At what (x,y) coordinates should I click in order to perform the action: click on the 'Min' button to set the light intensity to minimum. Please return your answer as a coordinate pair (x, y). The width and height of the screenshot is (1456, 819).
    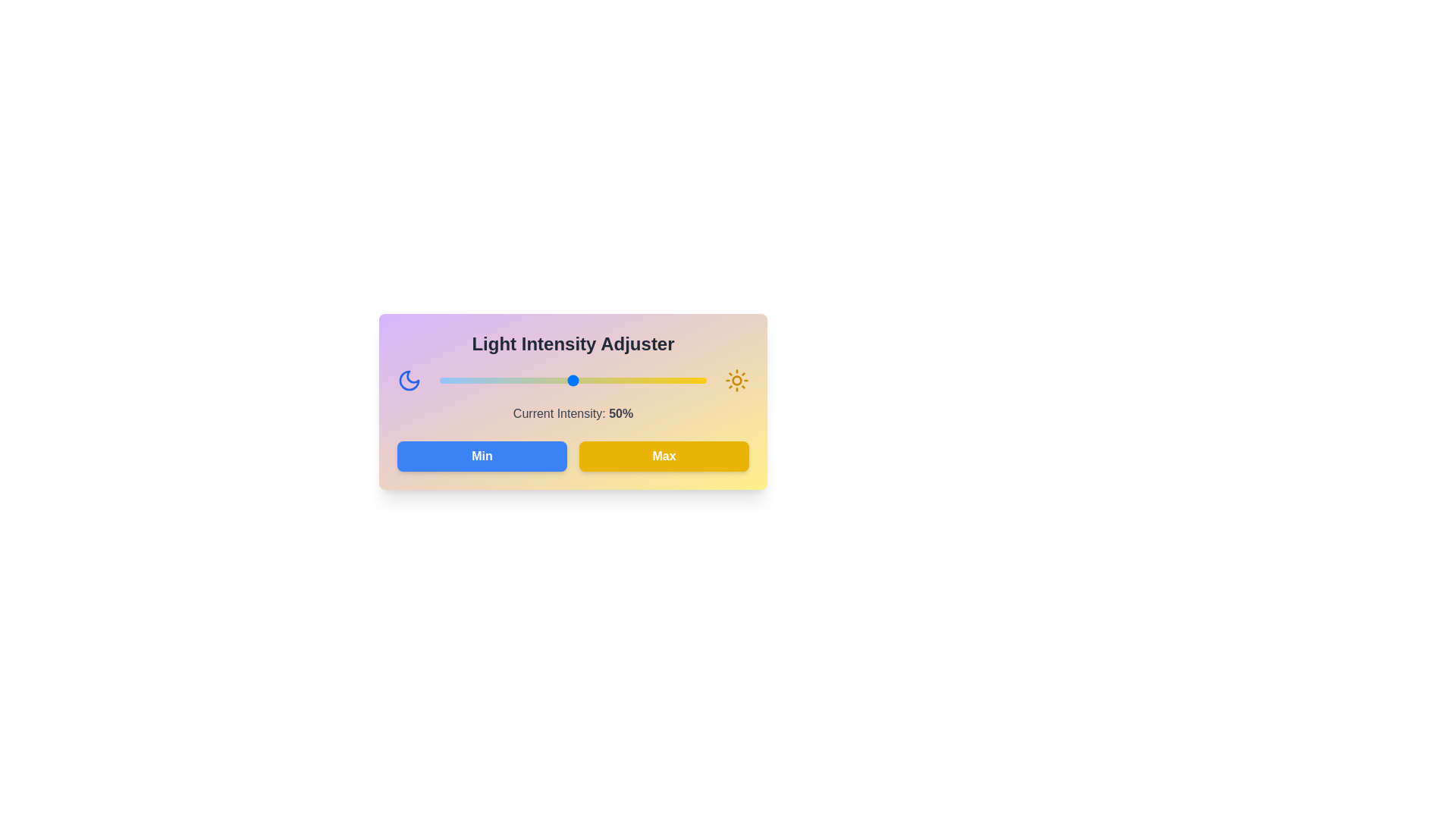
    Looking at the image, I should click on (481, 455).